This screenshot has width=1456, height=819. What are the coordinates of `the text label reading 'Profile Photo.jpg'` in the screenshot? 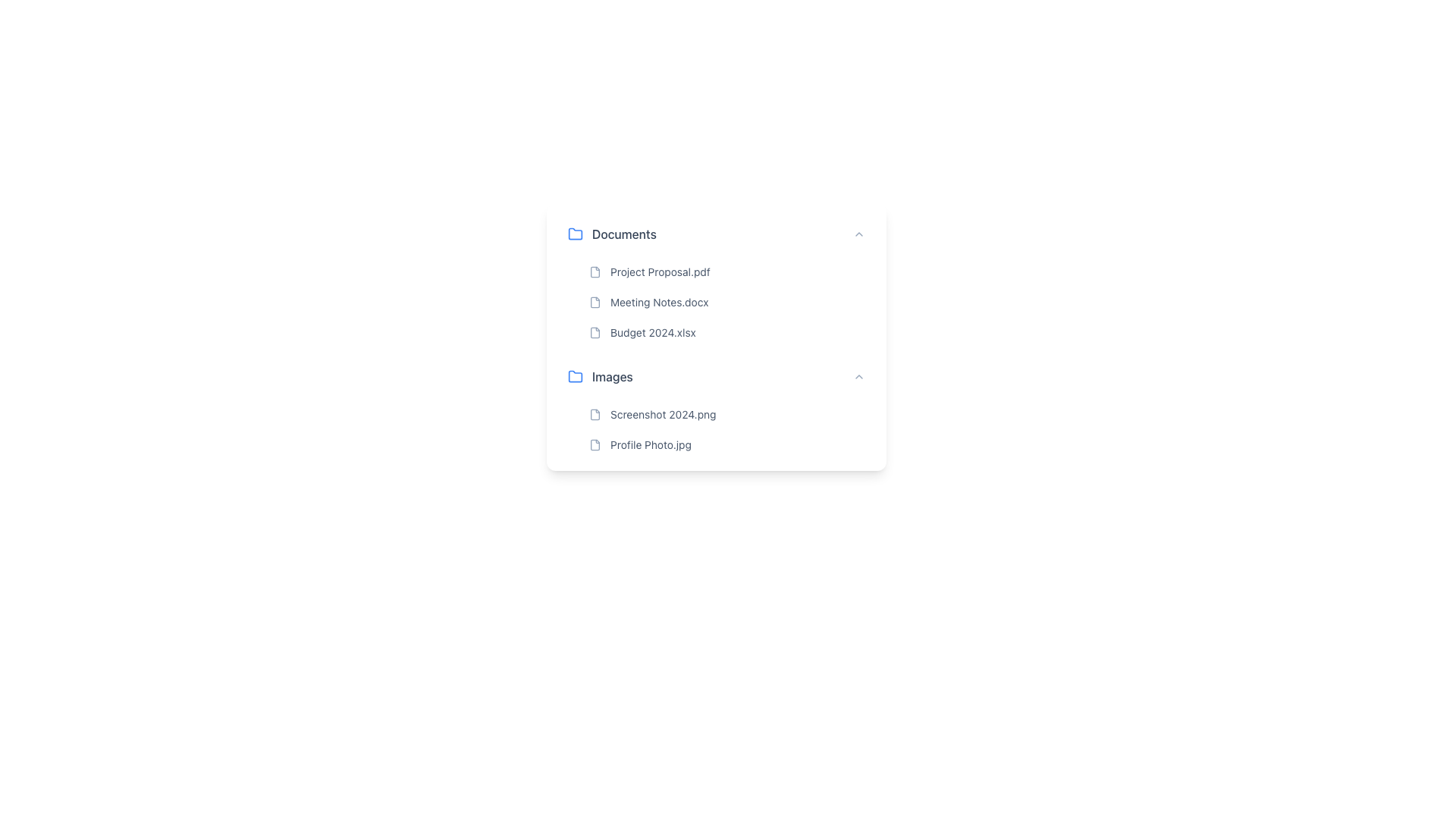 It's located at (651, 444).